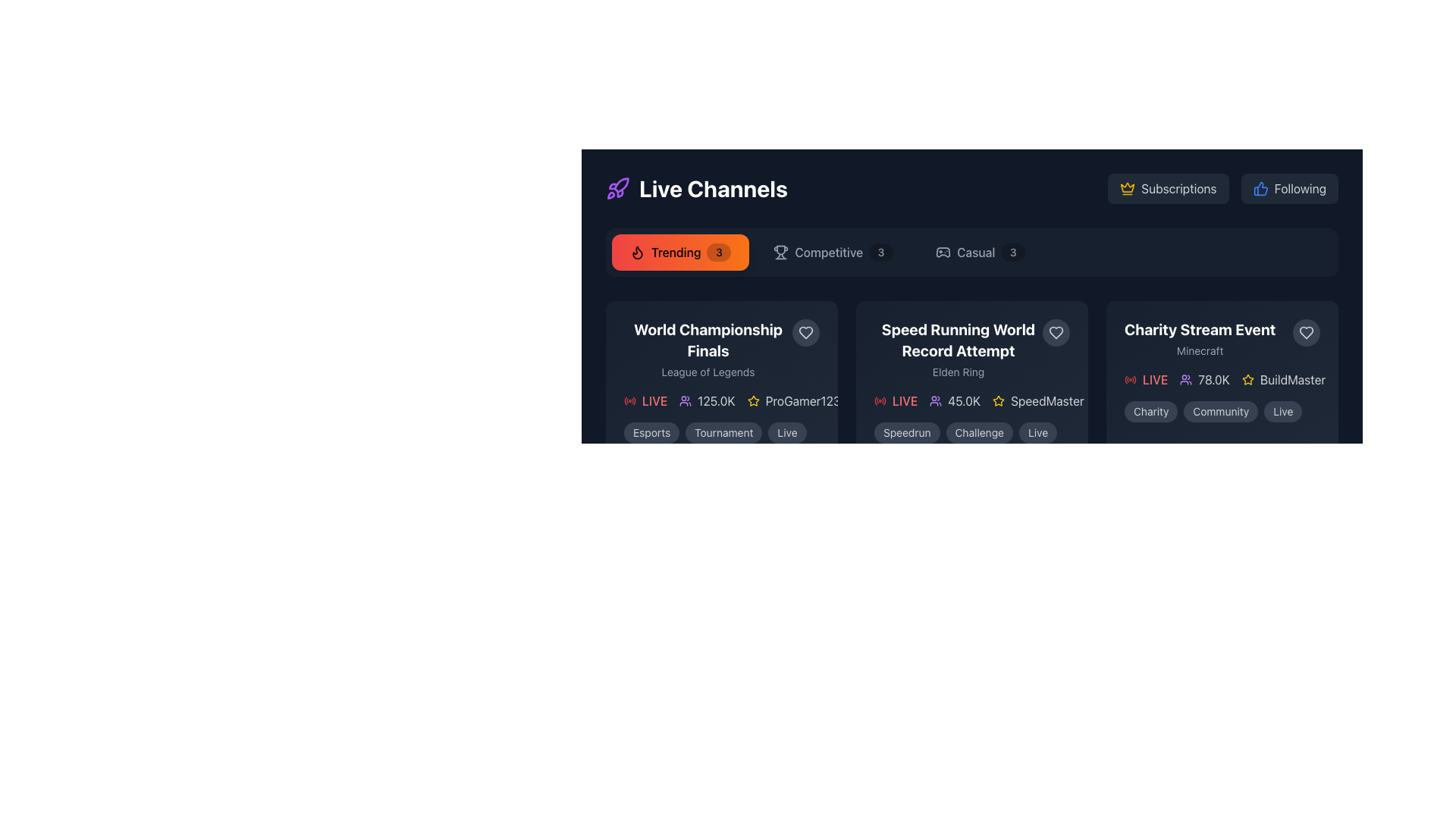 This screenshot has width=1456, height=819. I want to click on the prominent large, bold white text reading 'Live Channels', which is displayed in a modern sans-serif font against a dark background, located just right of a purple rocket-like icon at the top-left area of the interface, so click(712, 188).